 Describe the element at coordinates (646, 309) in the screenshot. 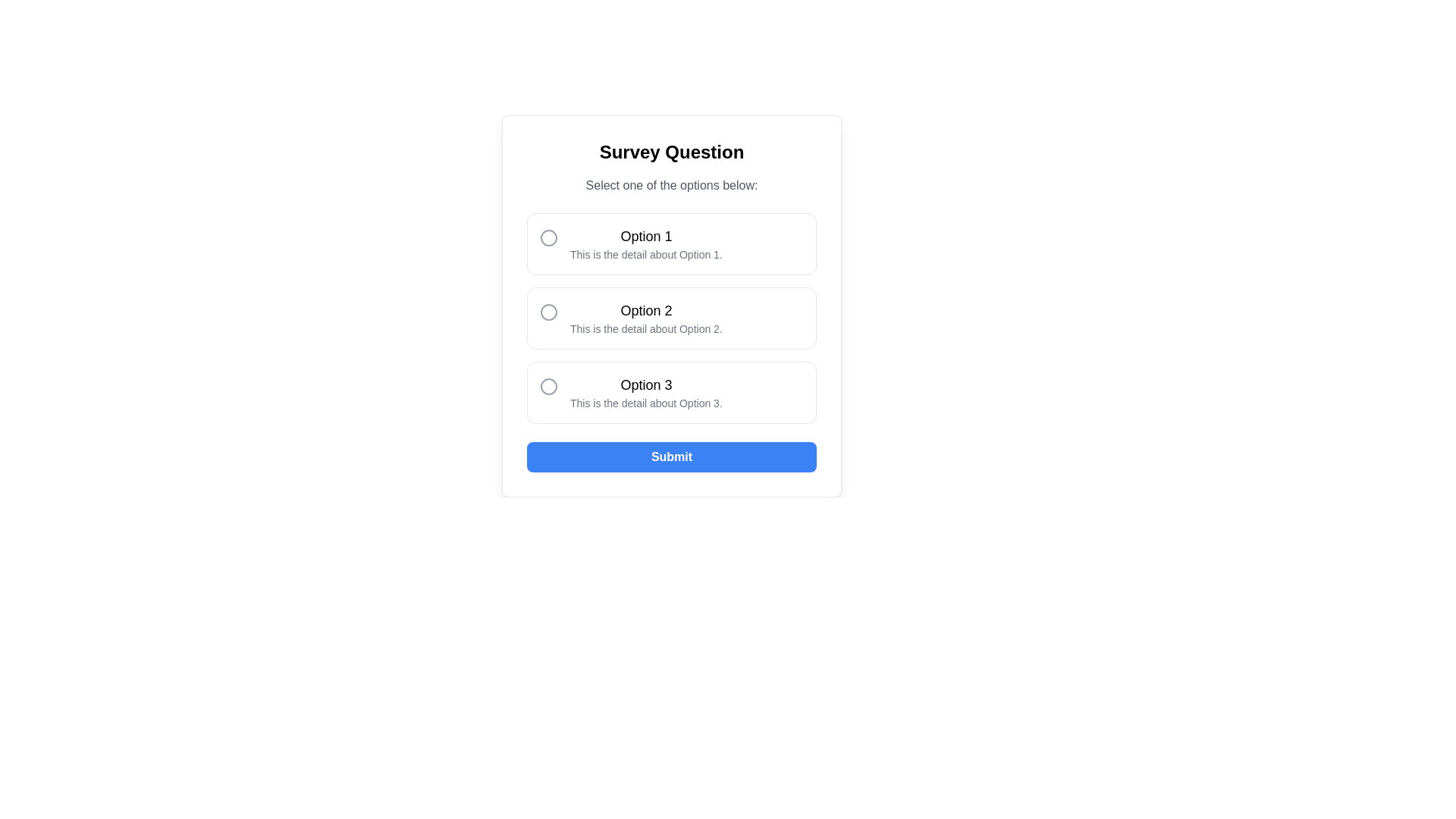

I see `the text label that displays 'Option 2', which is styled as a prominent option title in the survey form interface` at that location.